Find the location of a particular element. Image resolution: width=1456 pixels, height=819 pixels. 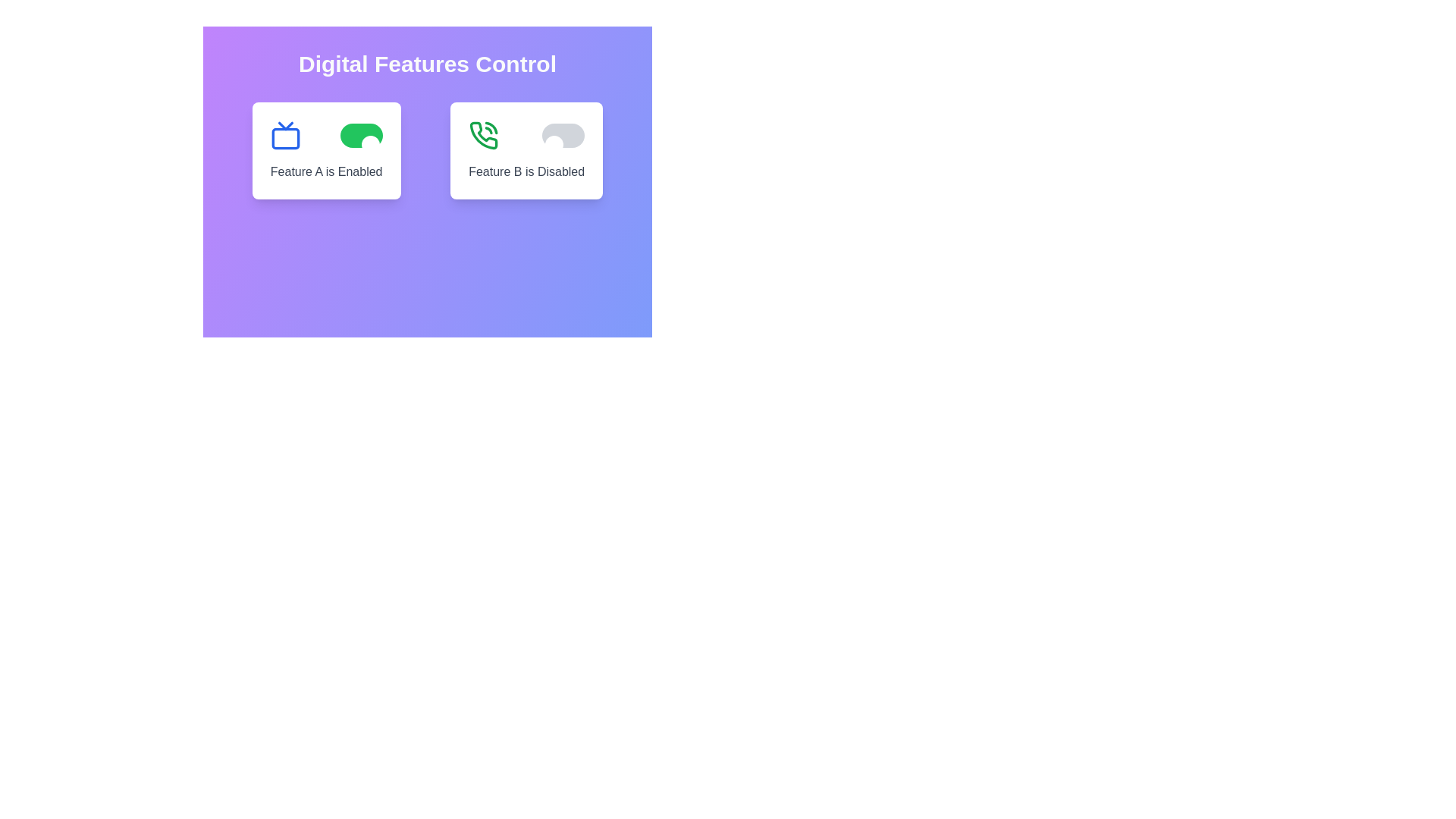

the television icon with a blue outline located in the first card of the 'Digital Features Control' section, above the text 'Feature A is Enabled' and to the left of the green toggle switch is located at coordinates (285, 134).